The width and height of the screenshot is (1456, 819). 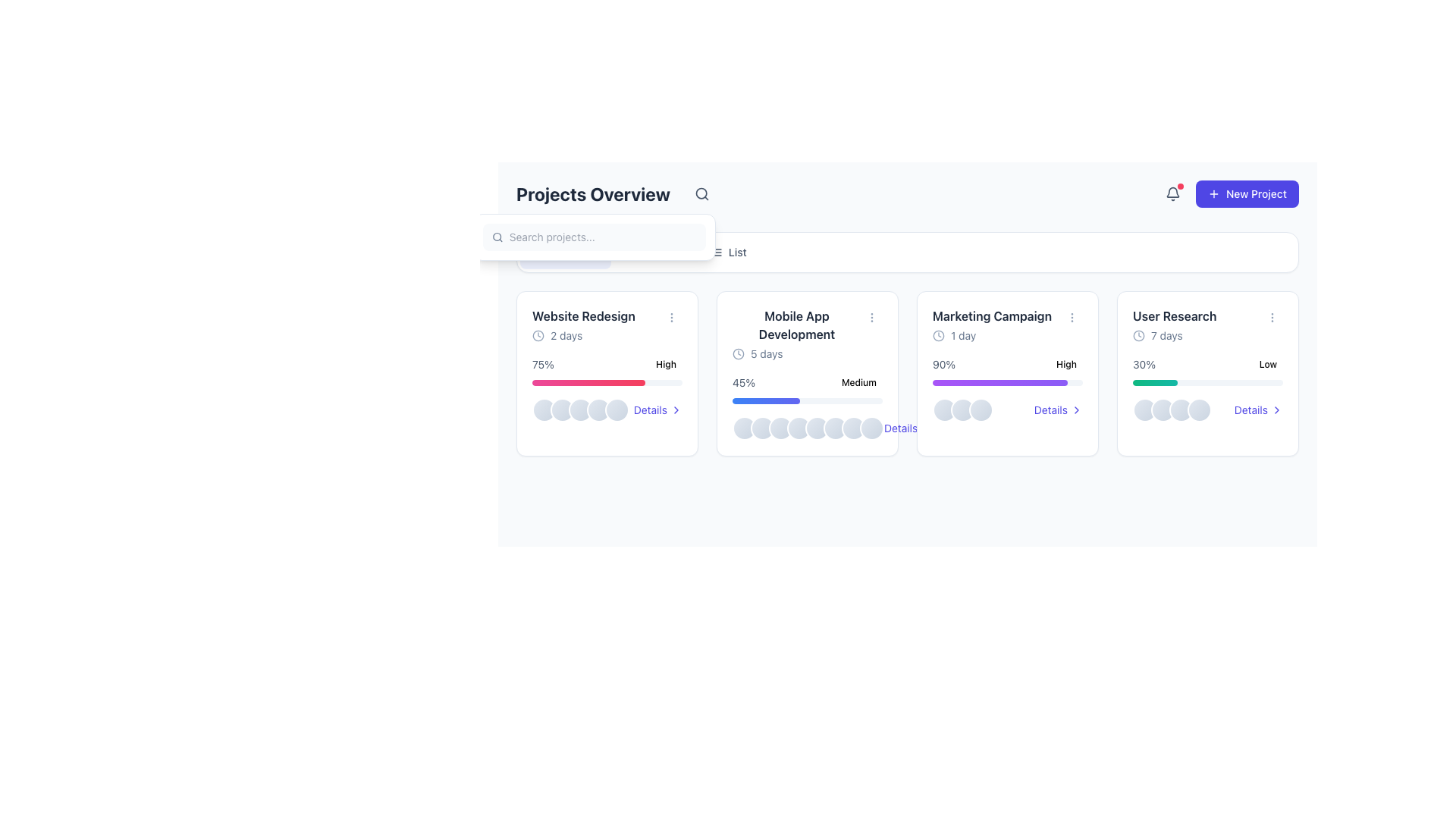 I want to click on the progress bar representing 90% completion in the 'Marketing Campaign' card, which is marked as 'High', so click(x=1008, y=382).